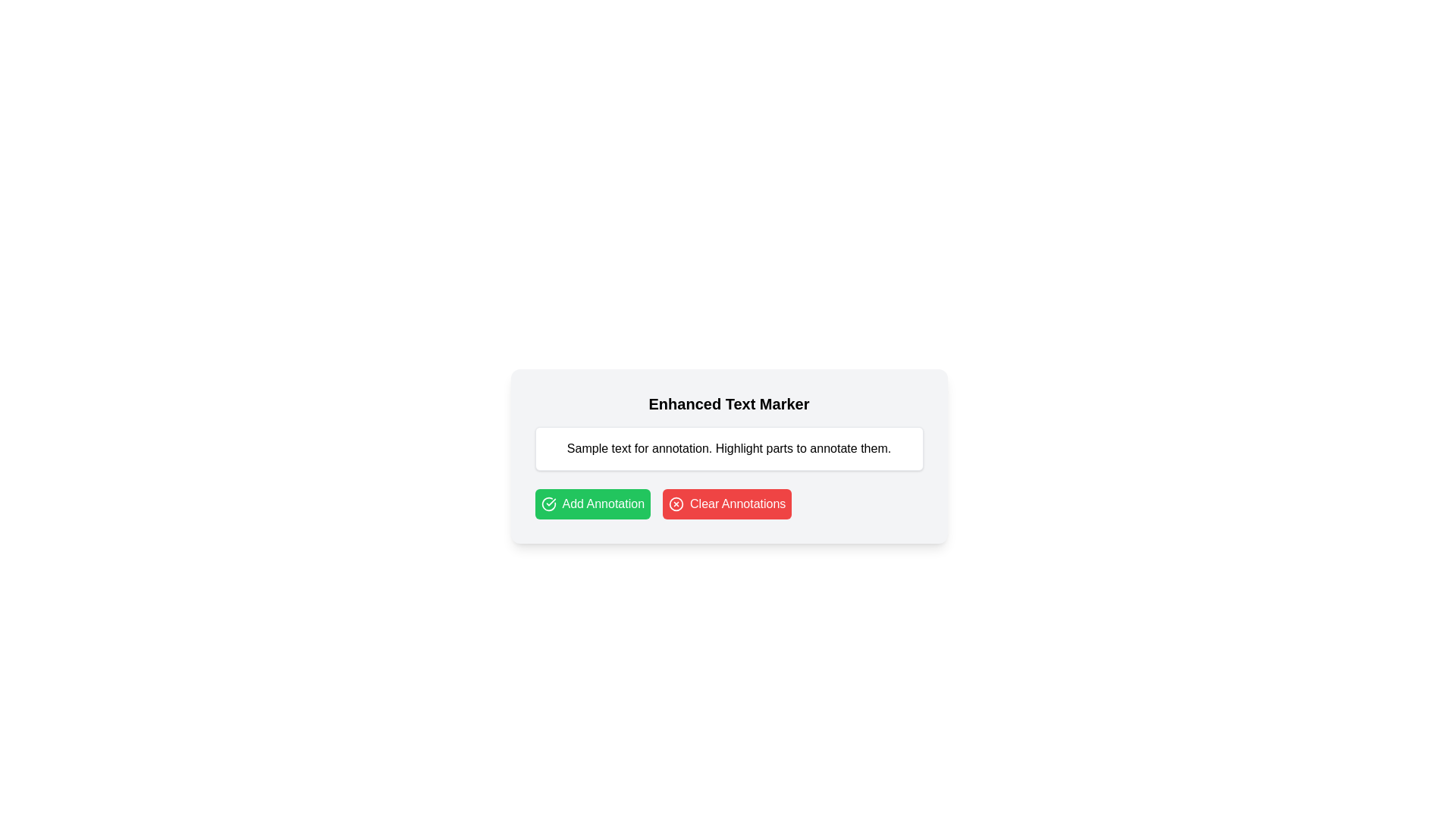 This screenshot has height=819, width=1456. Describe the element at coordinates (726, 504) in the screenshot. I see `the 'Clear Annotations' button, which has a red background and contains the text 'Clear Annotations' in white, to observe possible visual responses like color changes` at that location.